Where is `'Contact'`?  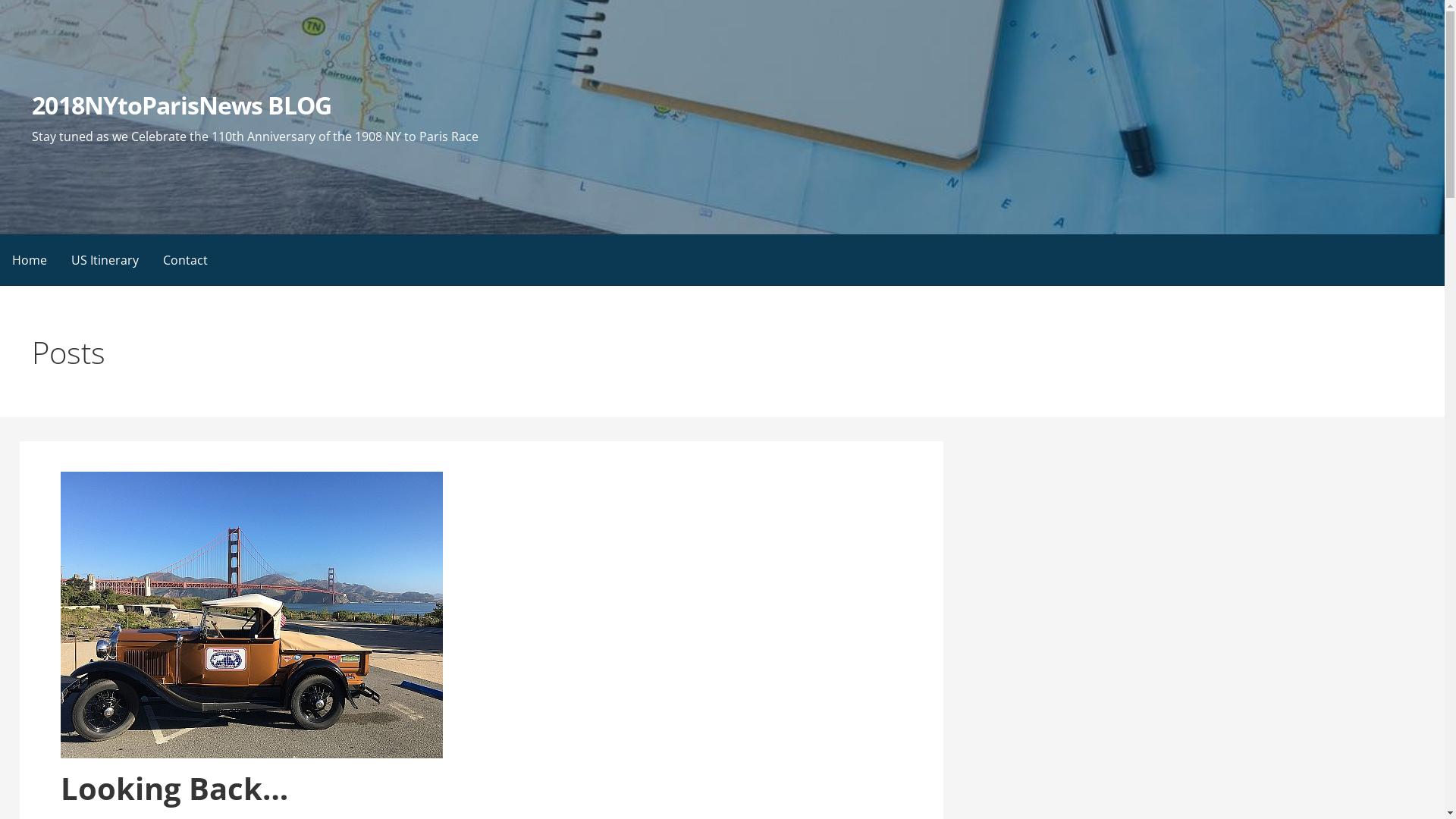
'Contact' is located at coordinates (184, 259).